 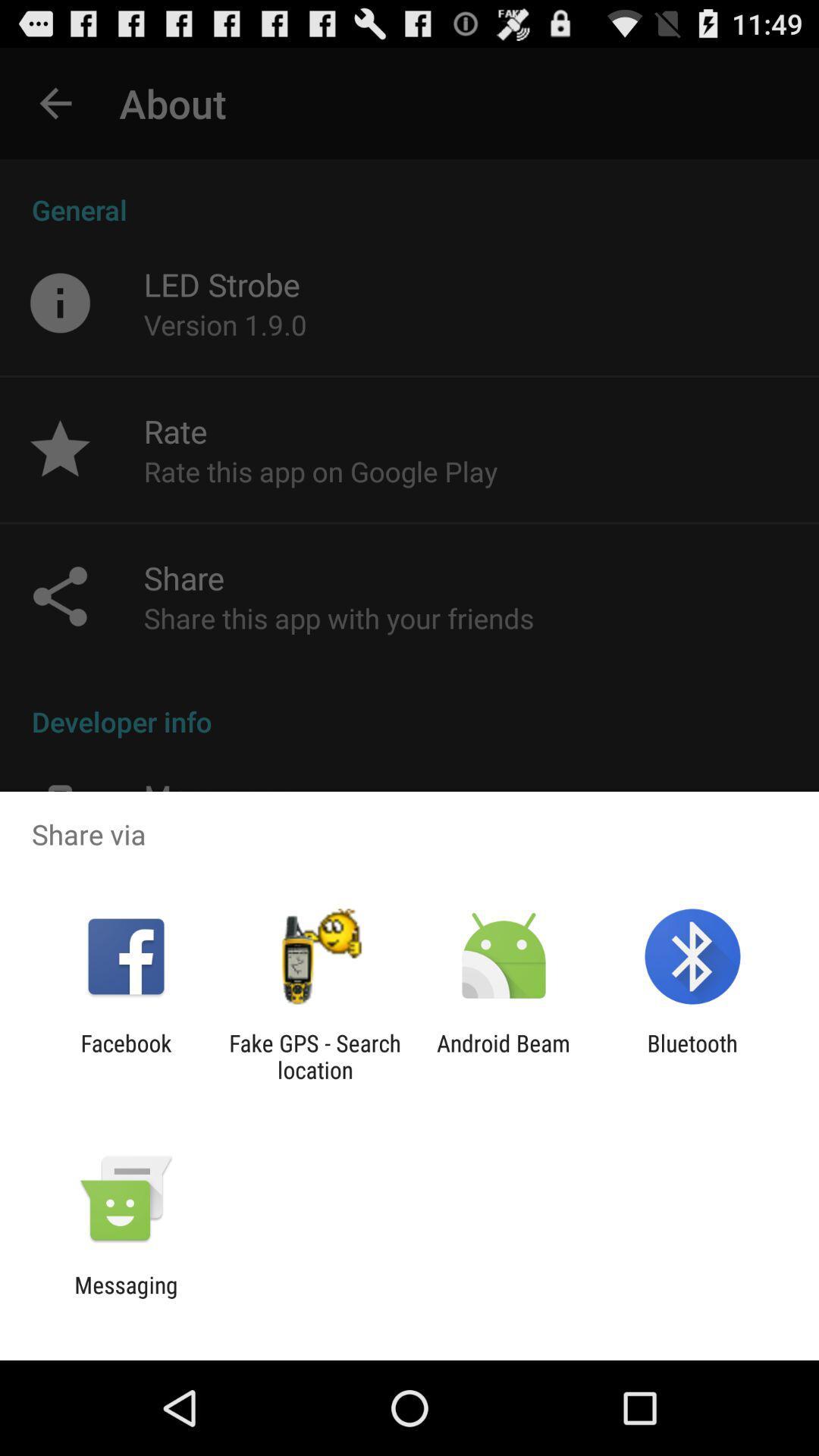 What do you see at coordinates (125, 1056) in the screenshot?
I see `app to the left of fake gps search icon` at bounding box center [125, 1056].